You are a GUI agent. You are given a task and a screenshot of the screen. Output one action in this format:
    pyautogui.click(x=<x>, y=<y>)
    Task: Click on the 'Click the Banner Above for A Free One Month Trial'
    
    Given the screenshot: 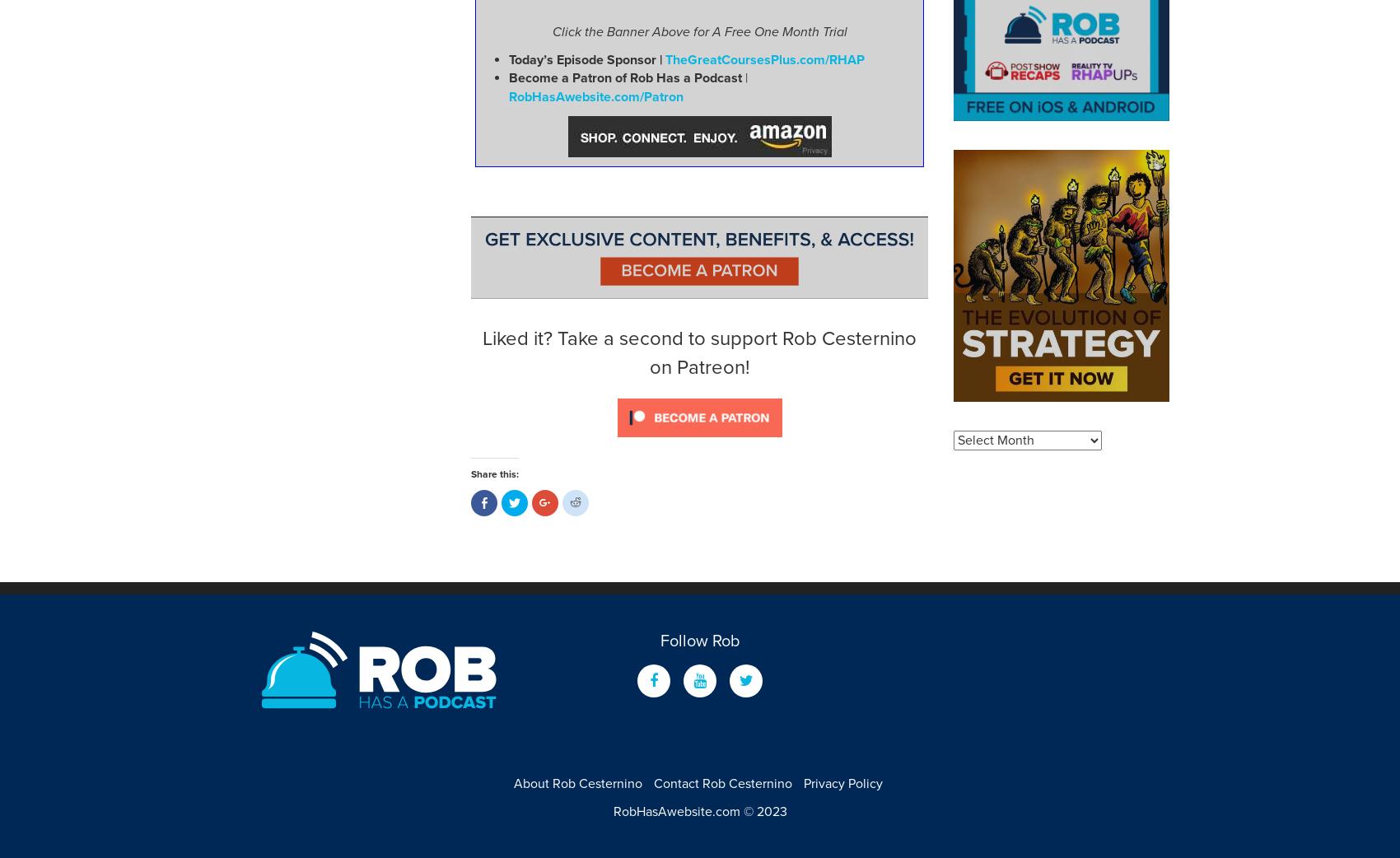 What is the action you would take?
    pyautogui.click(x=698, y=30)
    